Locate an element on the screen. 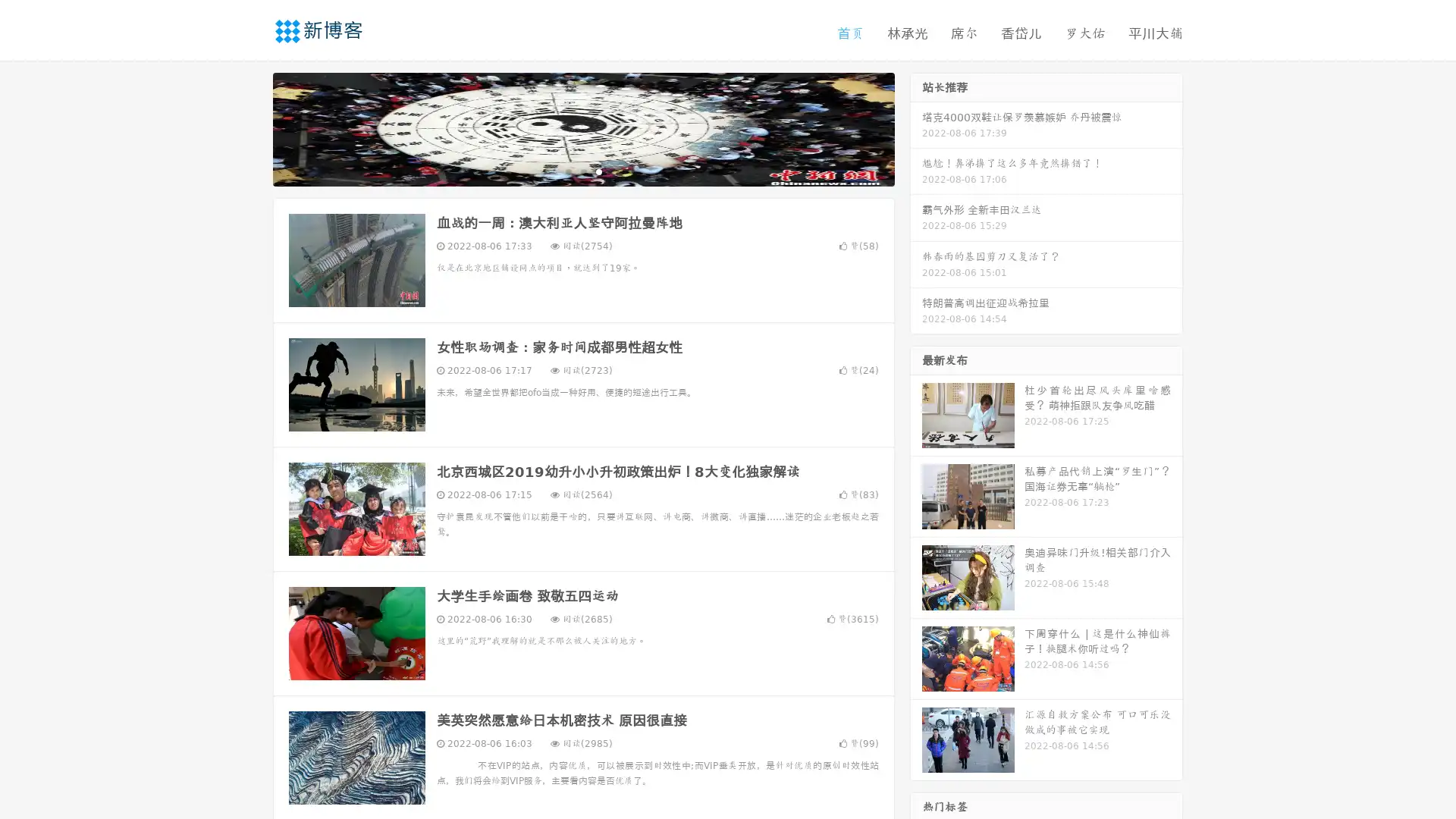  Go to slide 1 is located at coordinates (567, 171).